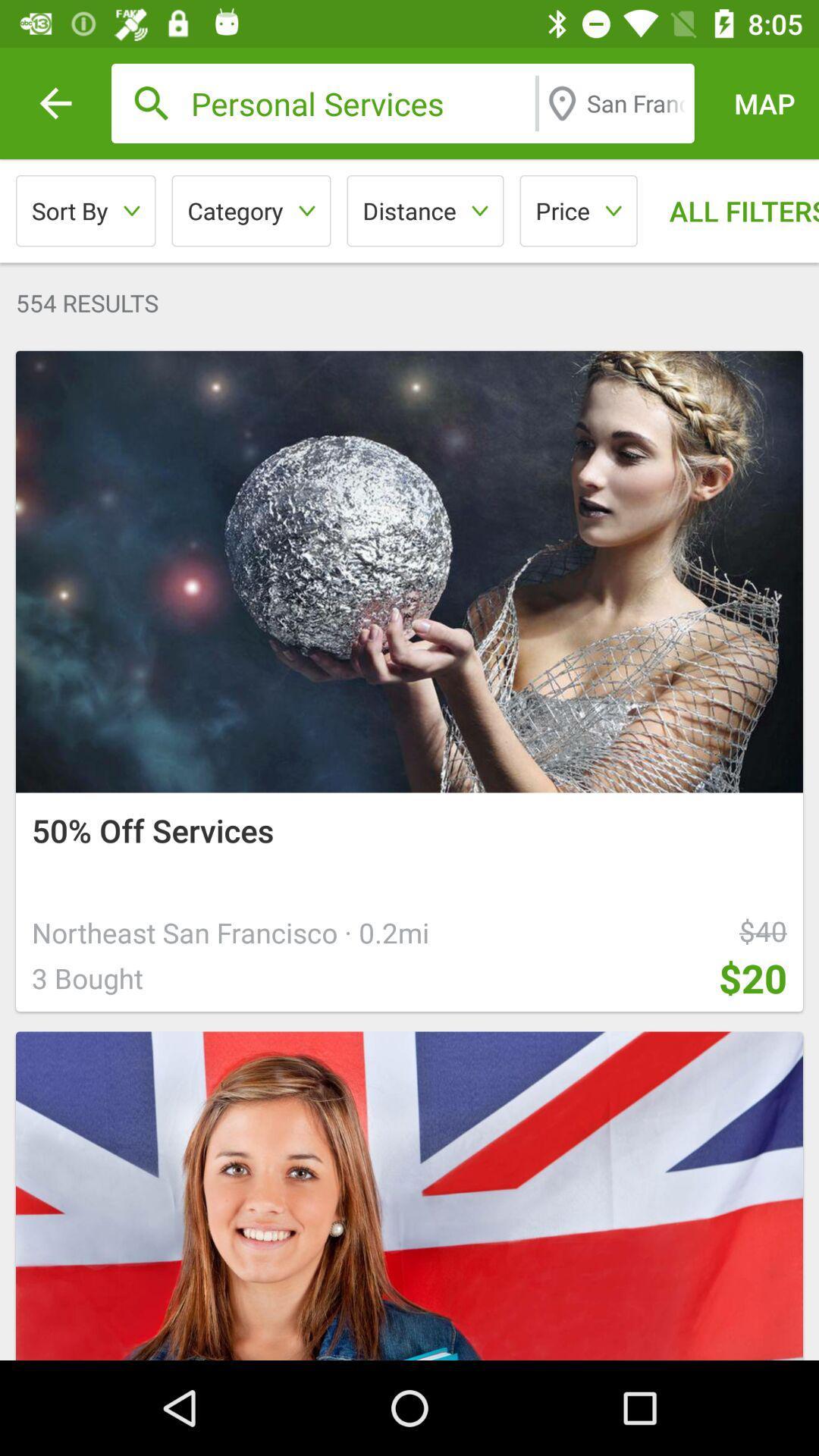 The image size is (819, 1456). I want to click on icon to the left of price, so click(425, 210).